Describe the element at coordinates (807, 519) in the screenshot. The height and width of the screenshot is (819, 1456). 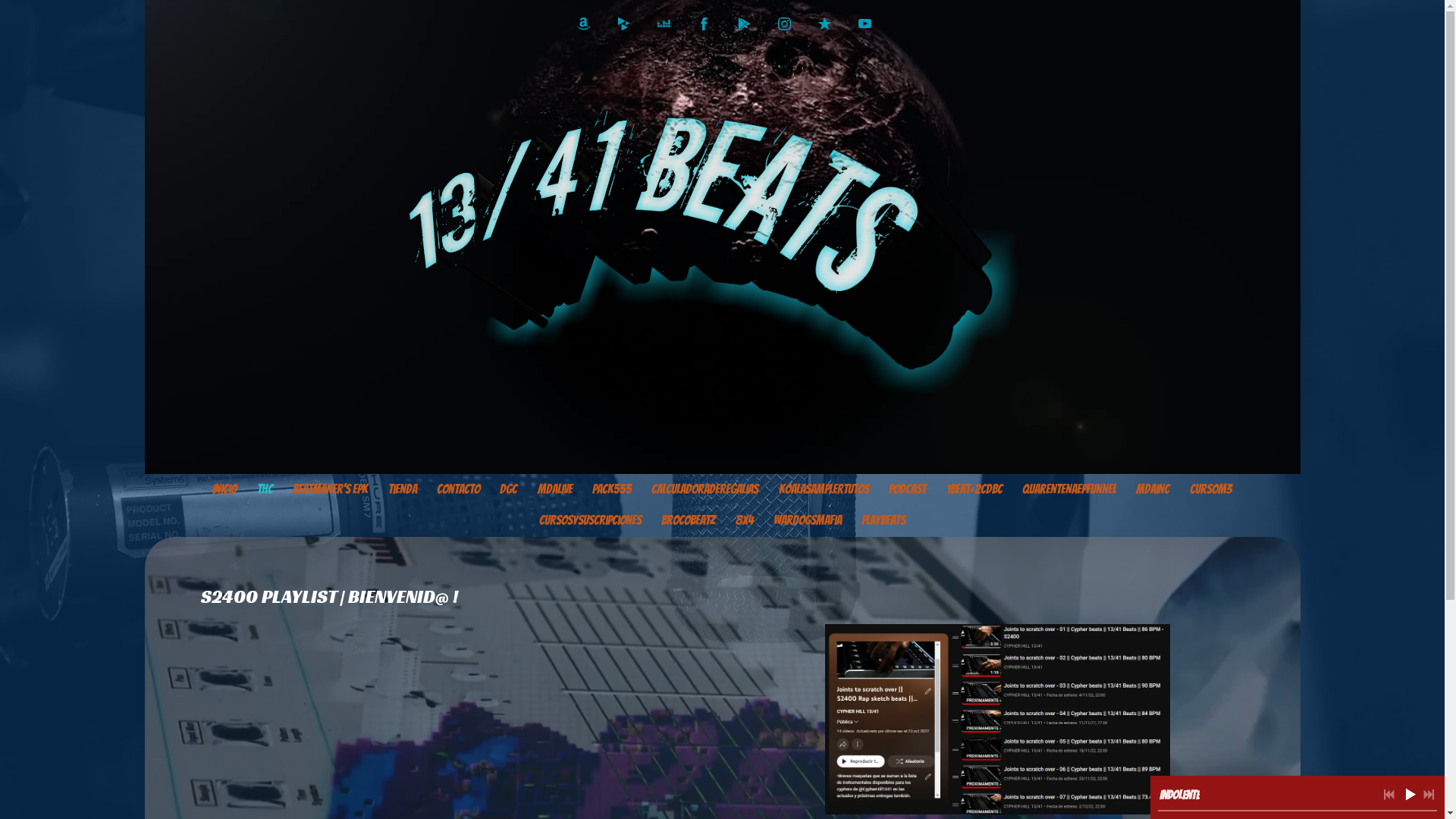
I see `'WarDogsMafia'` at that location.